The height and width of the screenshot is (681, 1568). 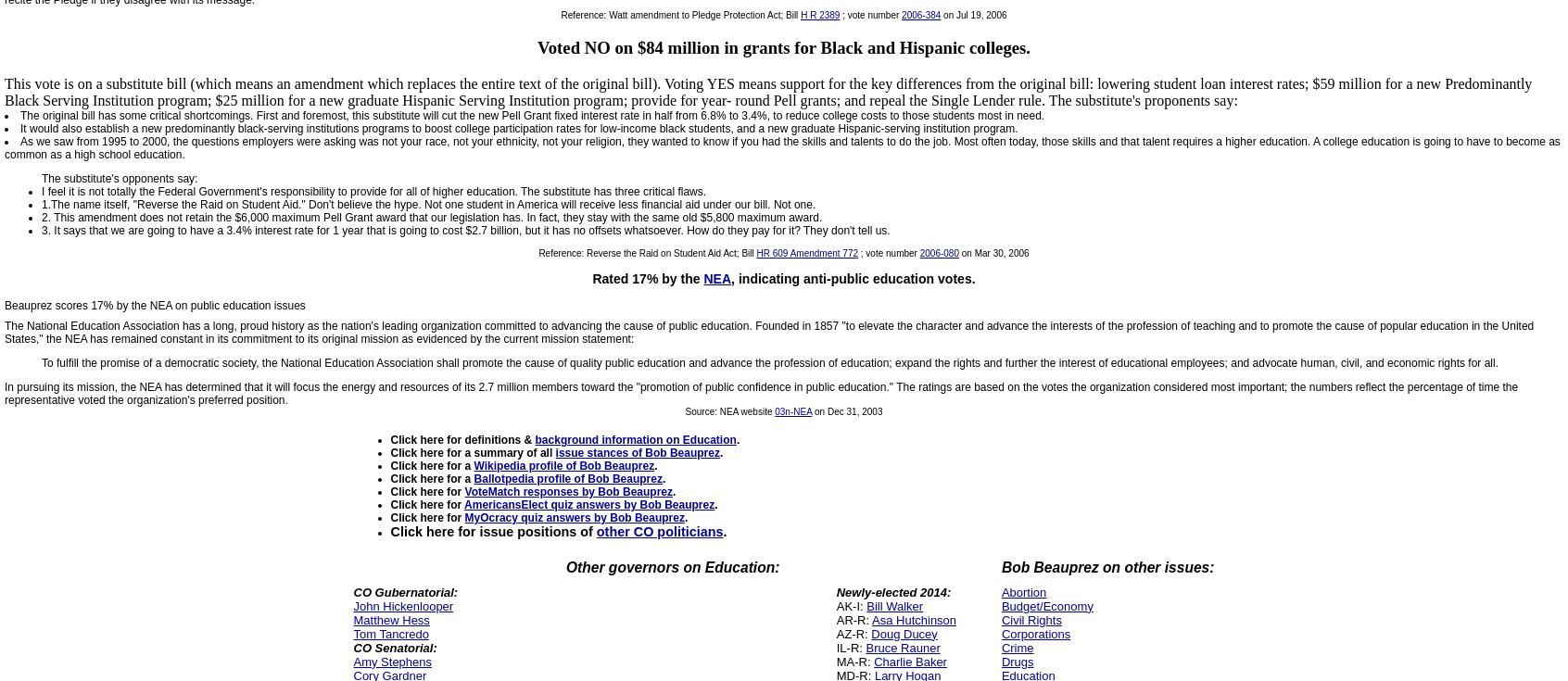 I want to click on 'Ballotpedia profile 
of Bob Beauprez', so click(x=566, y=477).